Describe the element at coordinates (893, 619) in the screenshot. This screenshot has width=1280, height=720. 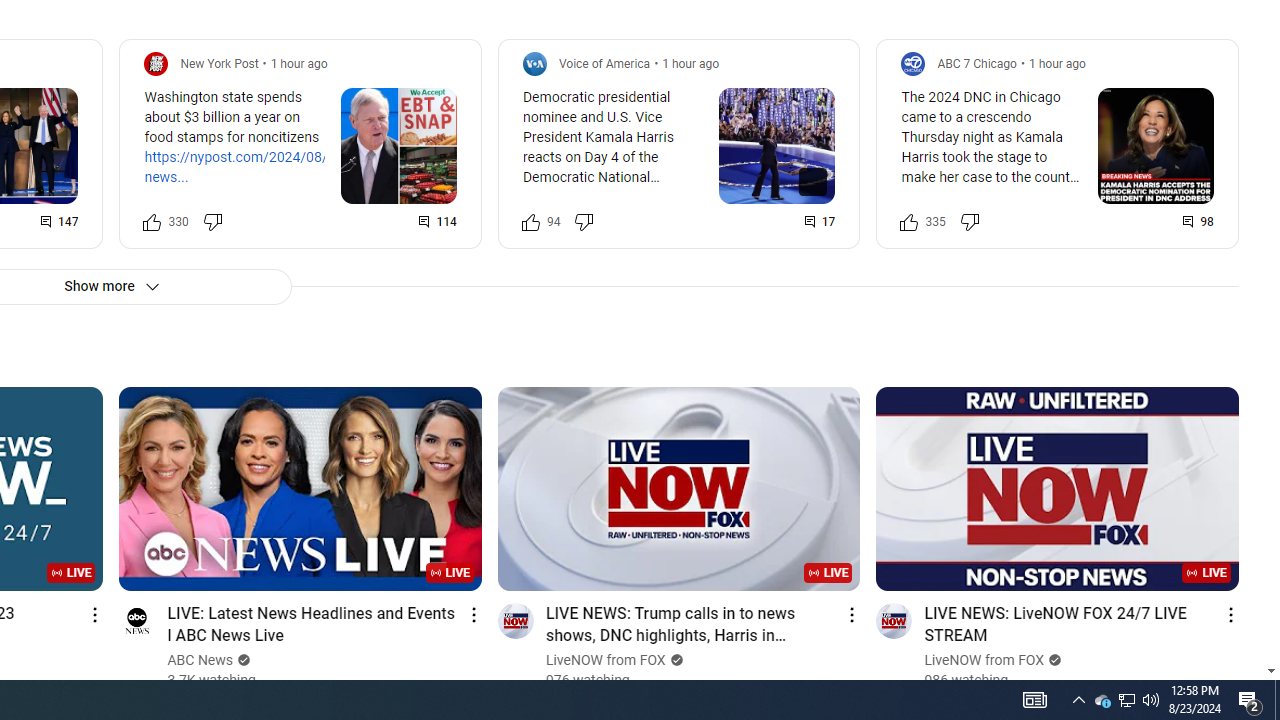
I see `'Go to channel'` at that location.